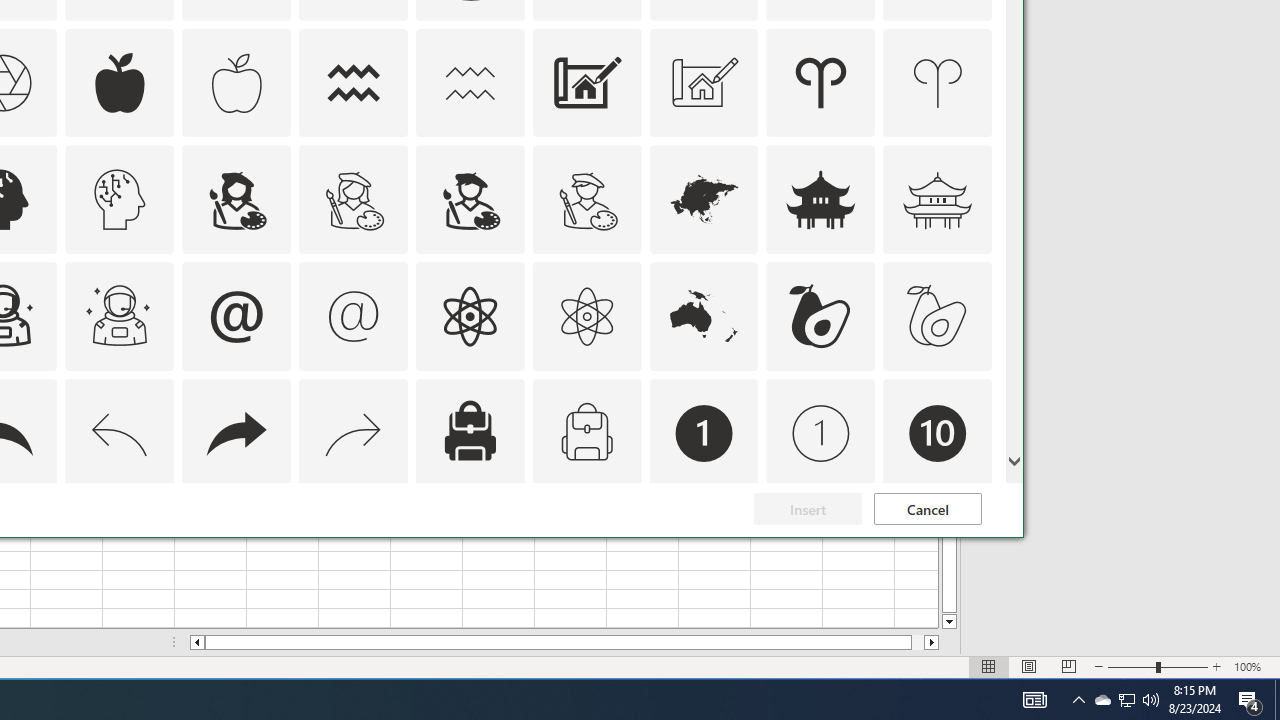 The width and height of the screenshot is (1280, 720). What do you see at coordinates (119, 81) in the screenshot?
I see `'AutomationID: Icons_Apple'` at bounding box center [119, 81].